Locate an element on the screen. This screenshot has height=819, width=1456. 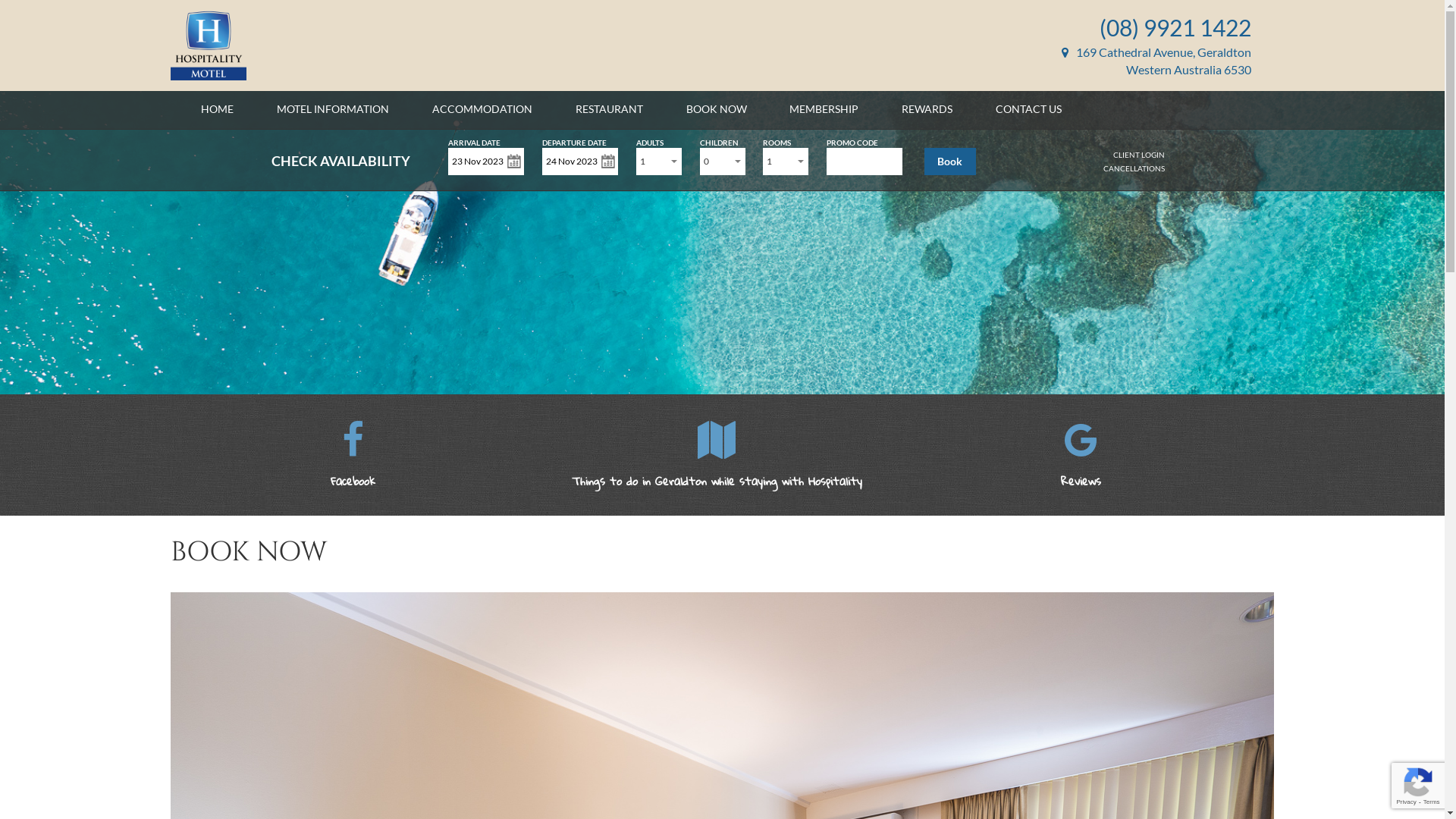
'CANCELLATIONS' is located at coordinates (1134, 168).